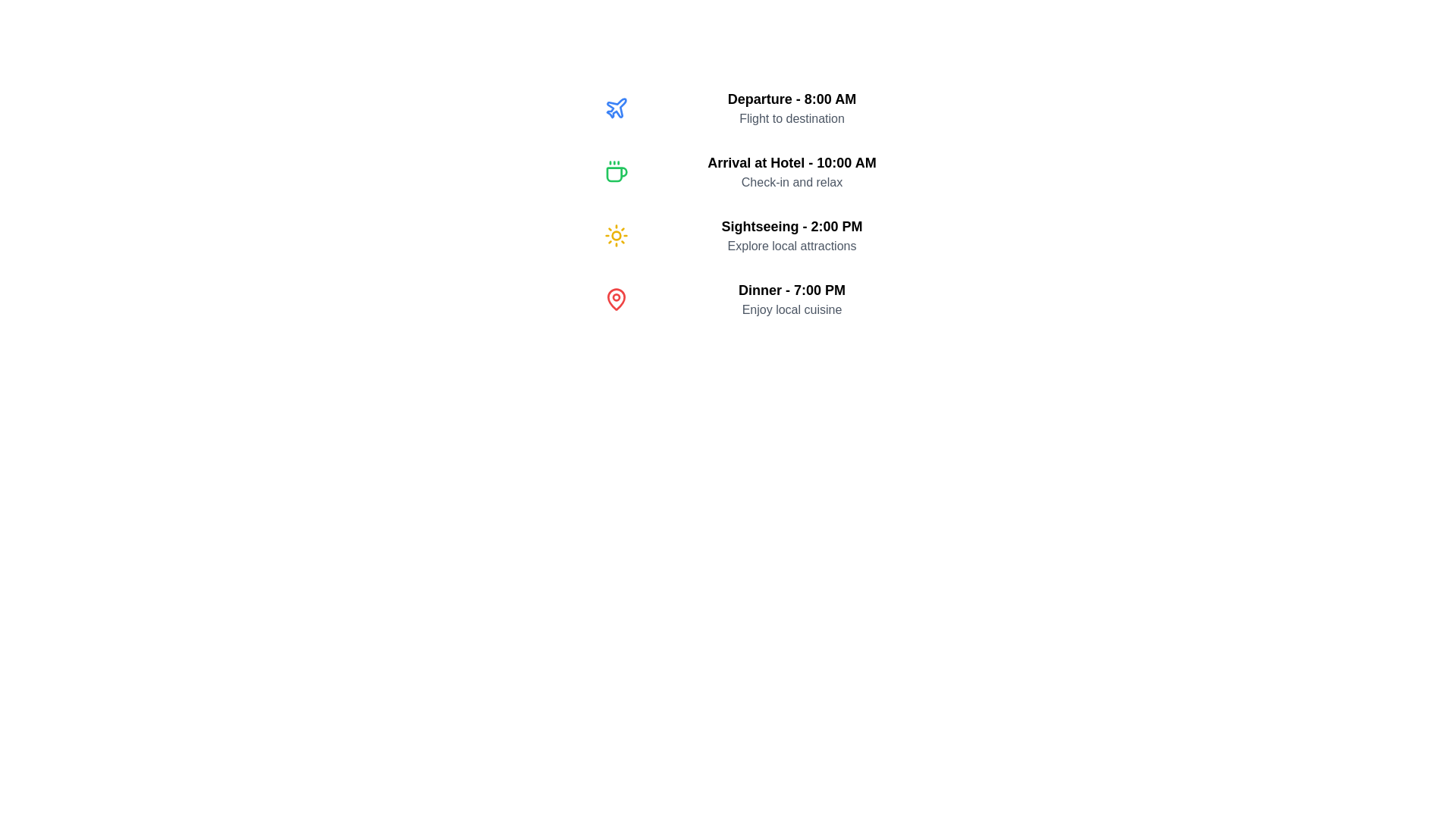  I want to click on the last List Item in the schedule, which details the 'Dinner' event at '7:00 PM', so click(773, 299).